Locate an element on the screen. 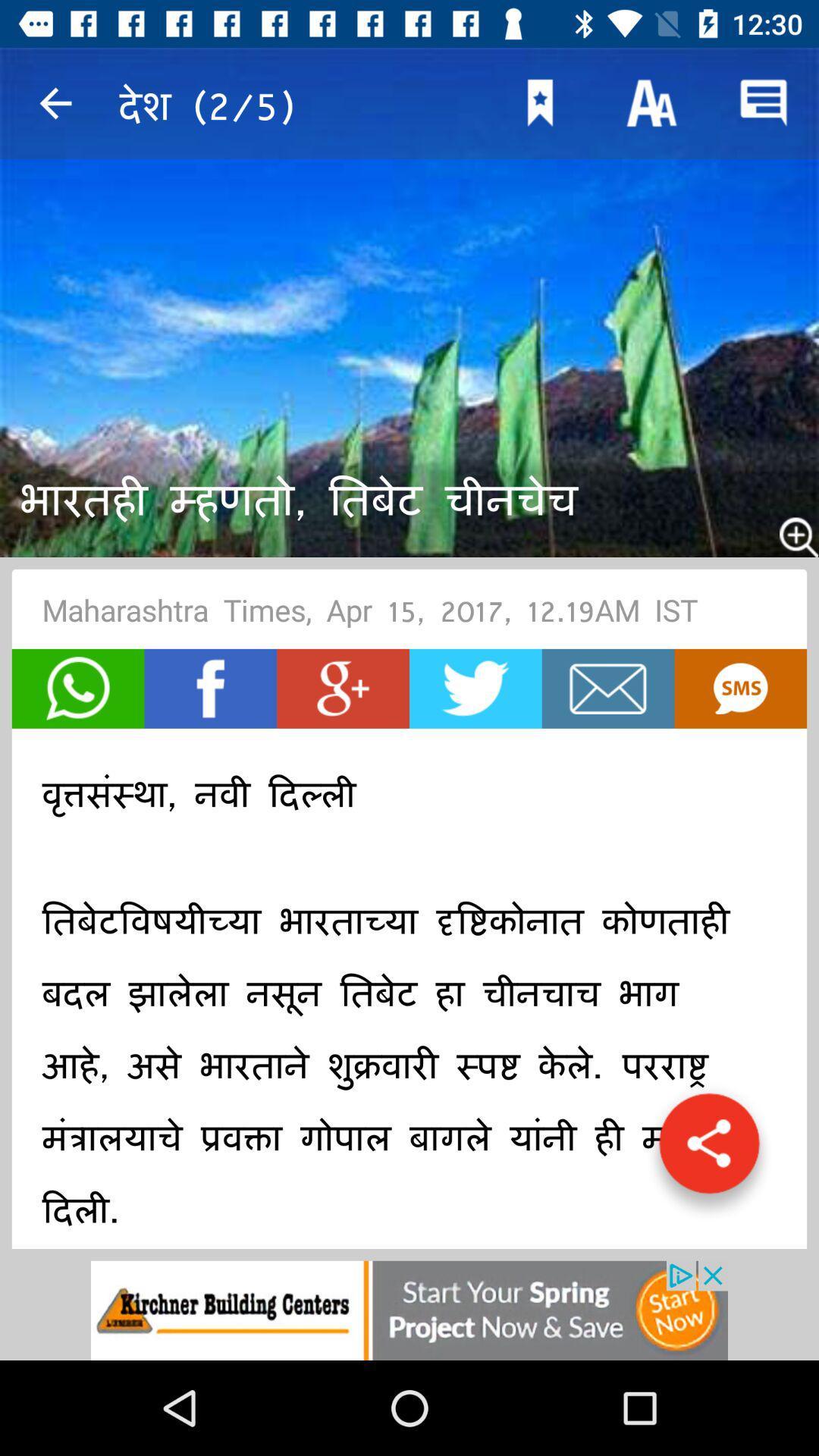 The image size is (819, 1456). previous page is located at coordinates (55, 102).